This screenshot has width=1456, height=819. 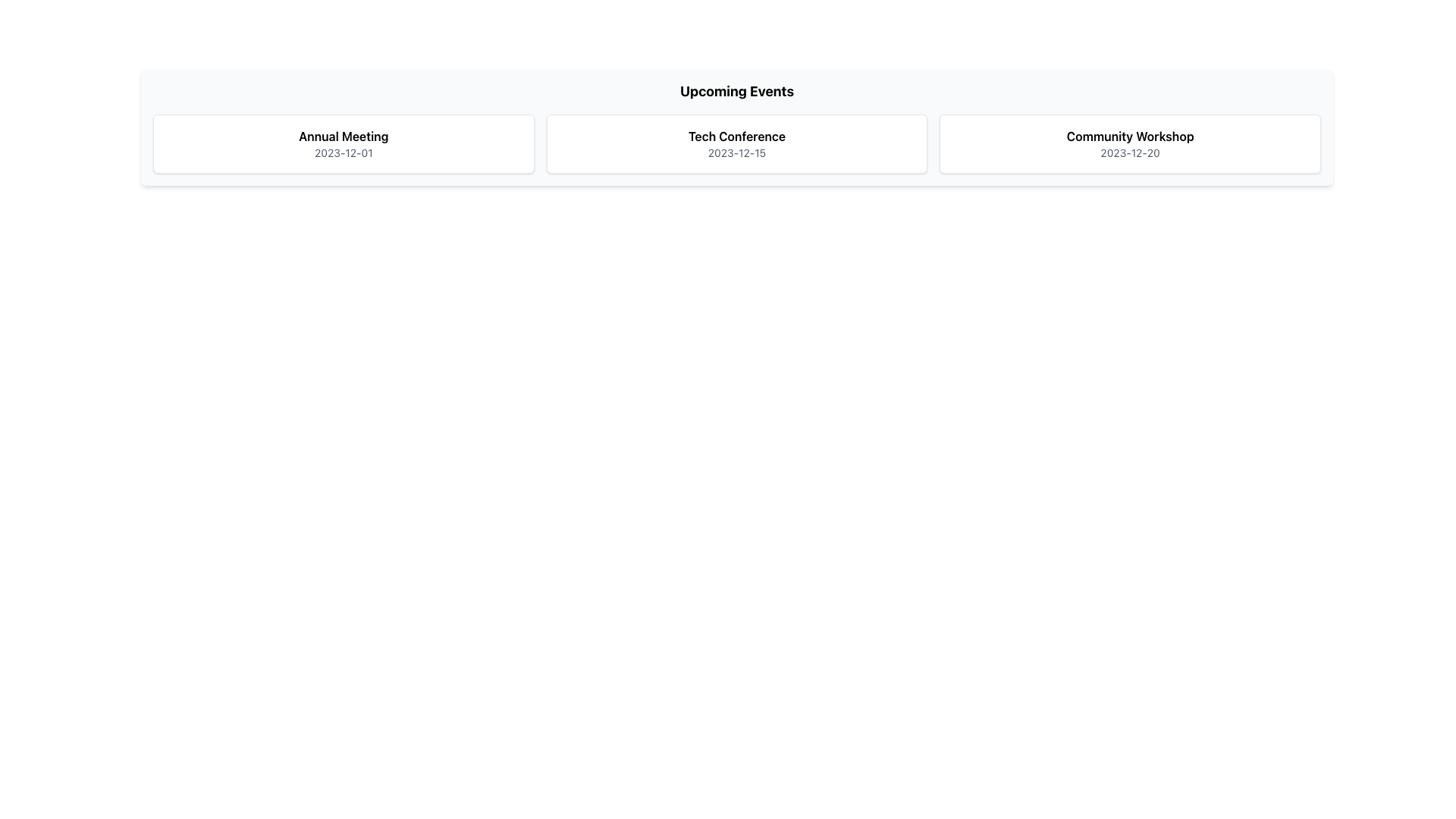 What do you see at coordinates (1130, 136) in the screenshot?
I see `the 'Community Workshop' text label, which is styled in bold and located in the third event card at the top center of the interface` at bounding box center [1130, 136].